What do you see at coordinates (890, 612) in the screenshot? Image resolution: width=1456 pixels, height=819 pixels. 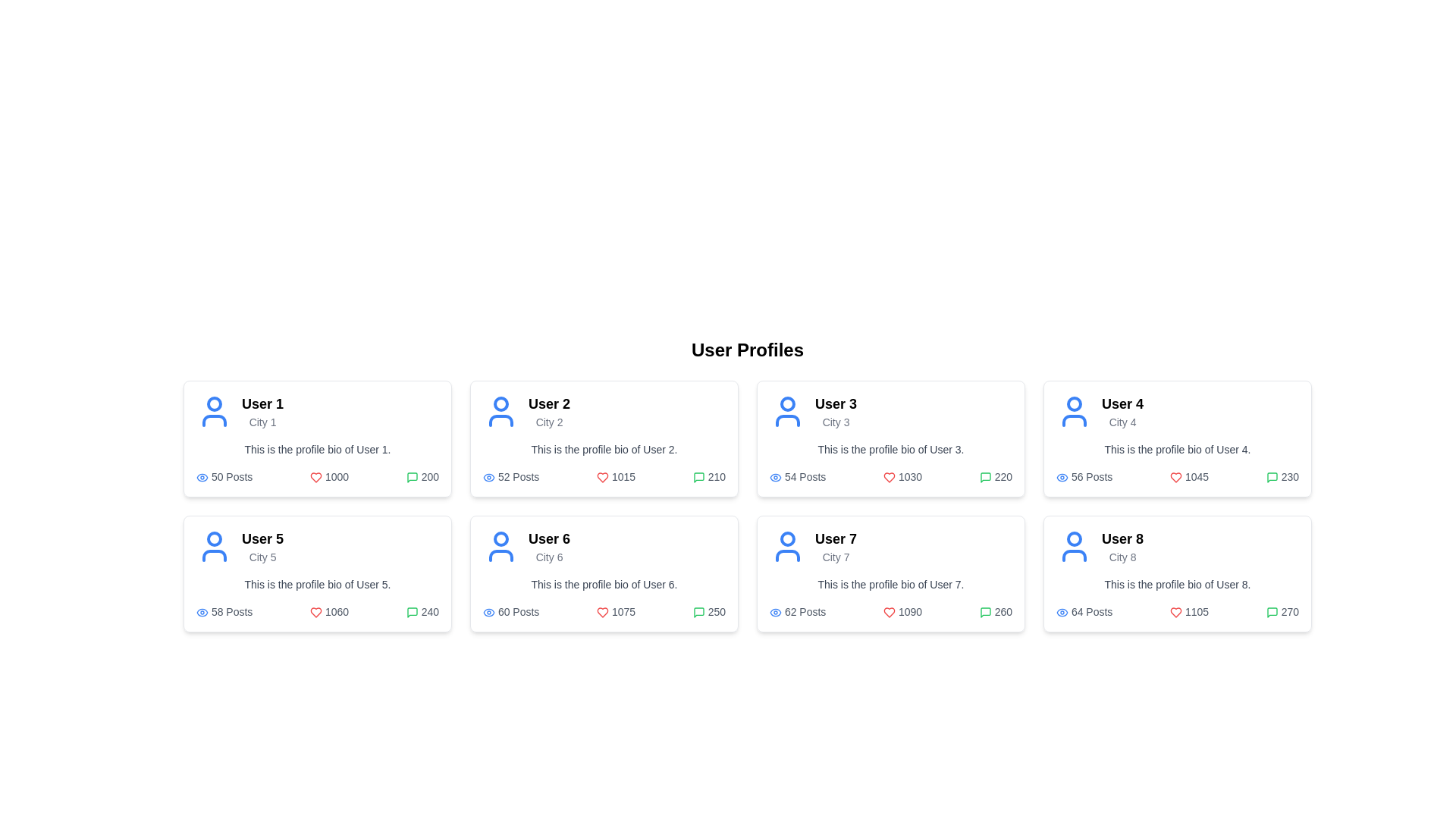 I see `the heart-shaped icon representing likes for User 7's profile, located next to the text '1090'` at bounding box center [890, 612].